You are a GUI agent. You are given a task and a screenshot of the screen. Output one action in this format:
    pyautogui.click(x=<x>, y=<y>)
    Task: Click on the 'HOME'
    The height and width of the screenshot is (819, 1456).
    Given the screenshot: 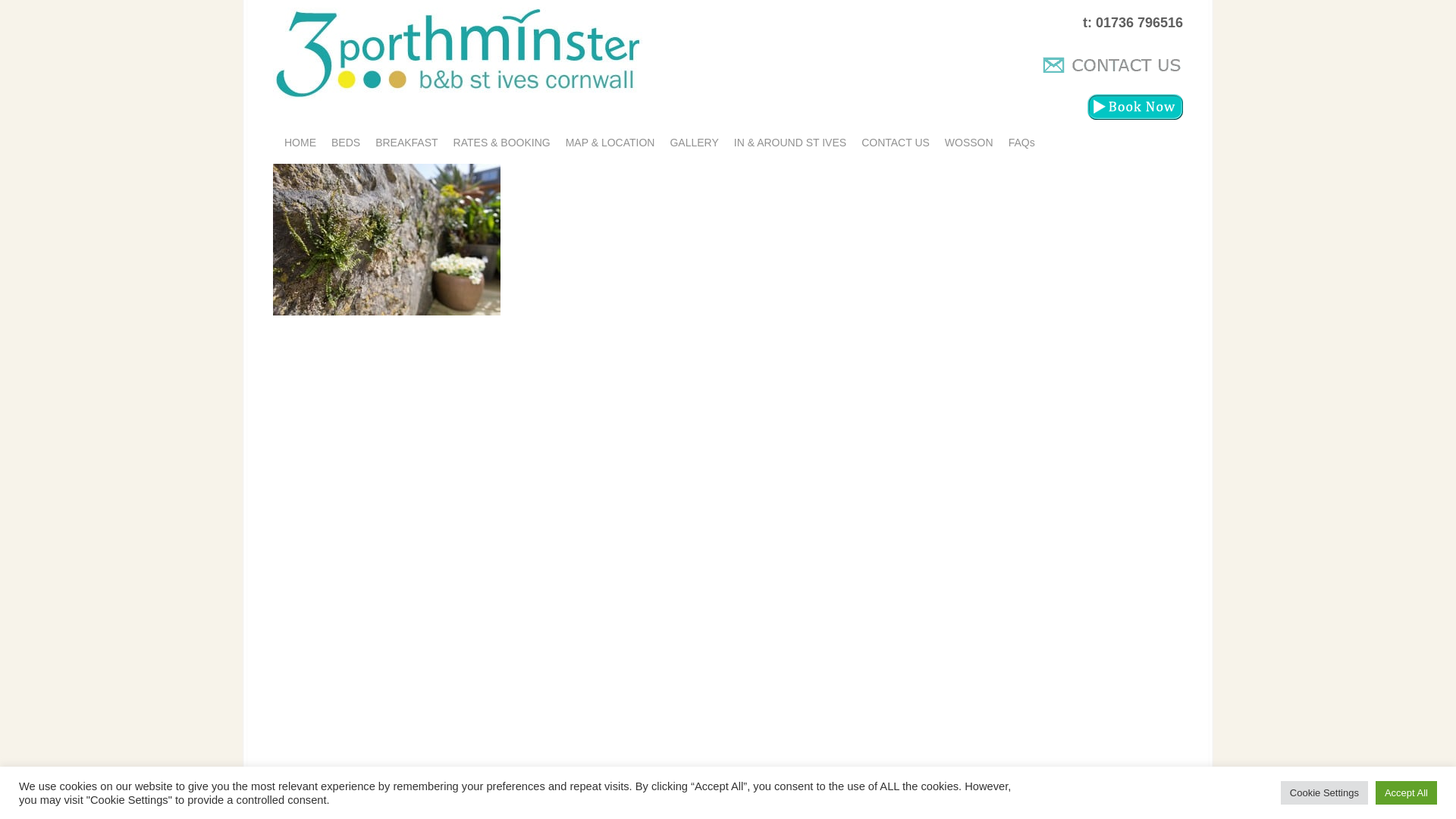 What is the action you would take?
    pyautogui.click(x=300, y=143)
    